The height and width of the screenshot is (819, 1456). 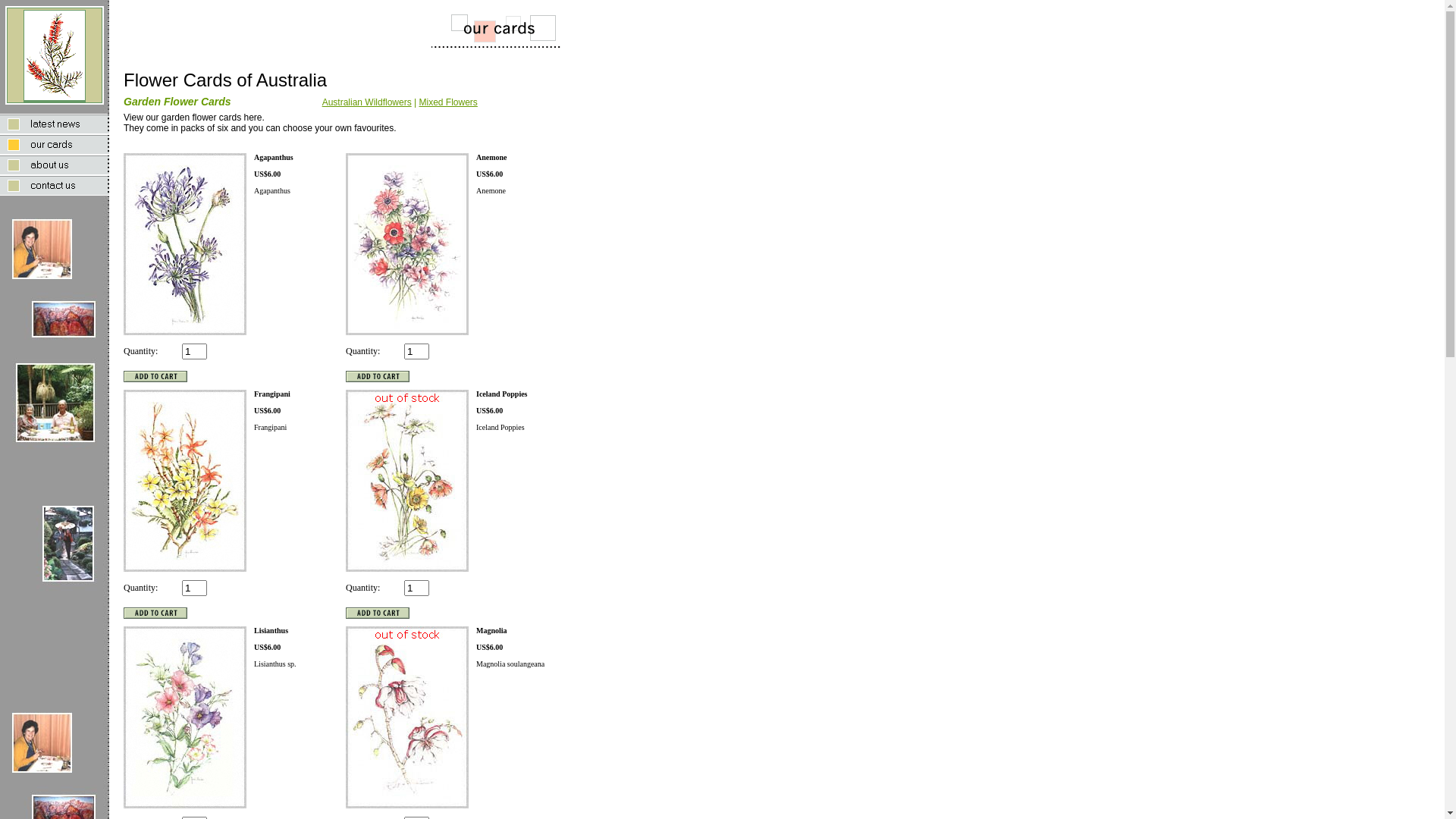 I want to click on 'Mixed Flowers', so click(x=447, y=102).